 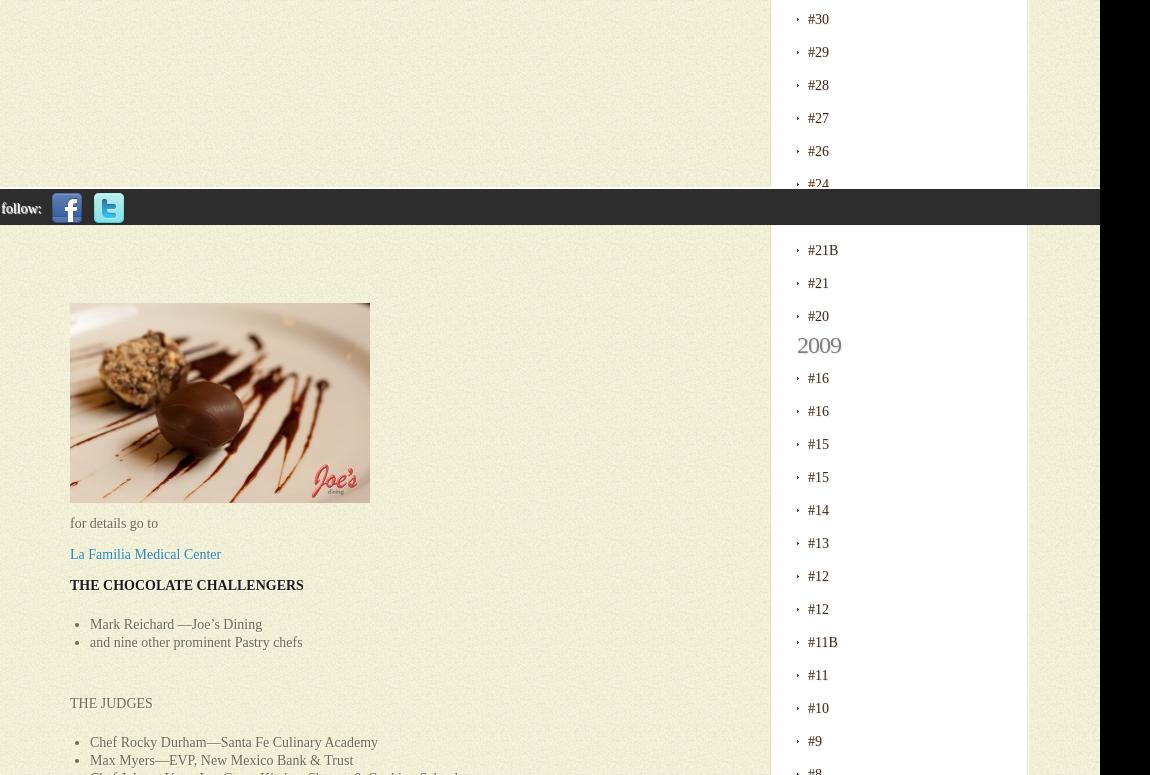 I want to click on 'Chef Rocky Durham—Santa Fe Culinary Academy', so click(x=89, y=741).